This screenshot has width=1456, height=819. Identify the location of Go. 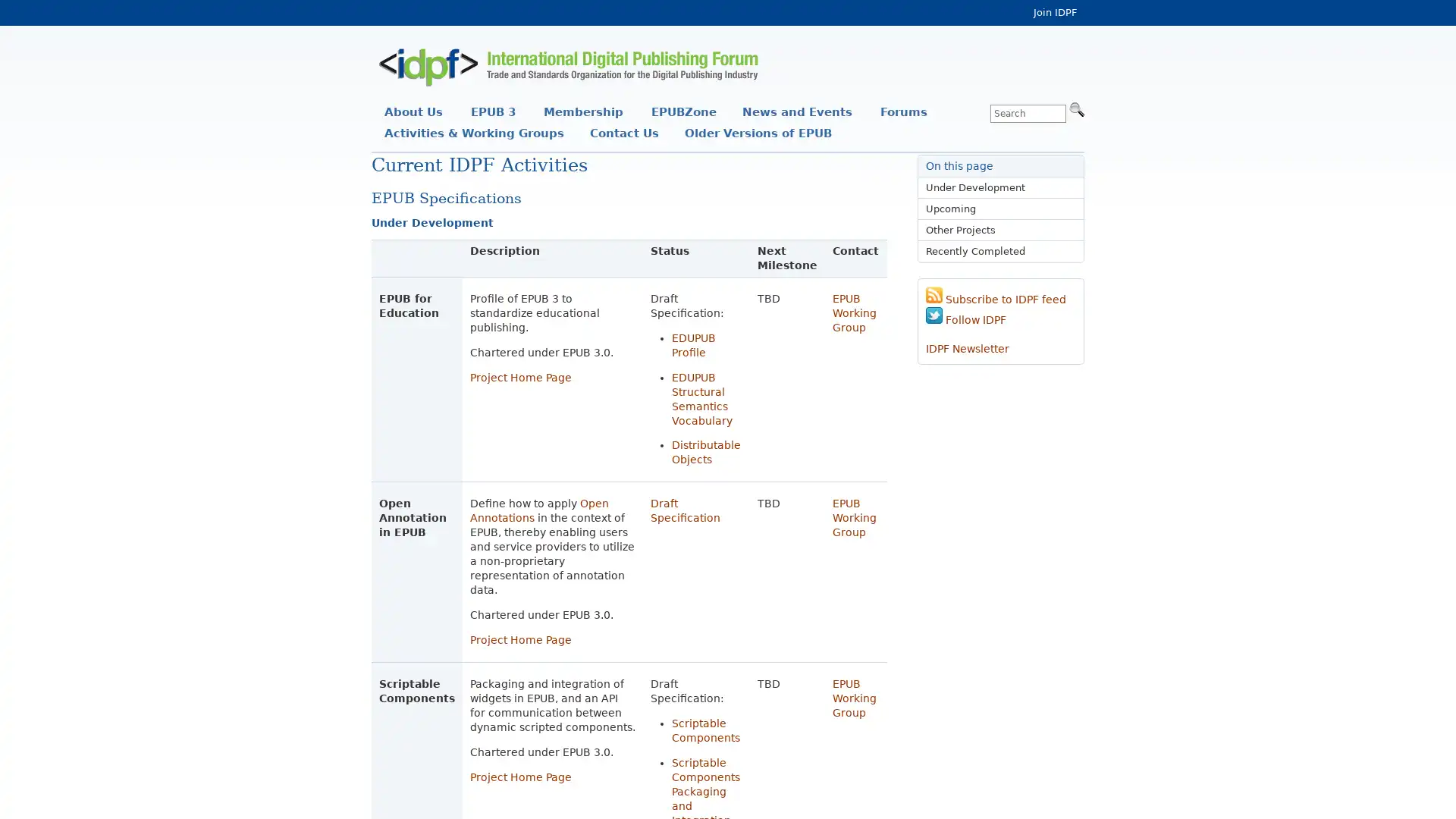
(1076, 108).